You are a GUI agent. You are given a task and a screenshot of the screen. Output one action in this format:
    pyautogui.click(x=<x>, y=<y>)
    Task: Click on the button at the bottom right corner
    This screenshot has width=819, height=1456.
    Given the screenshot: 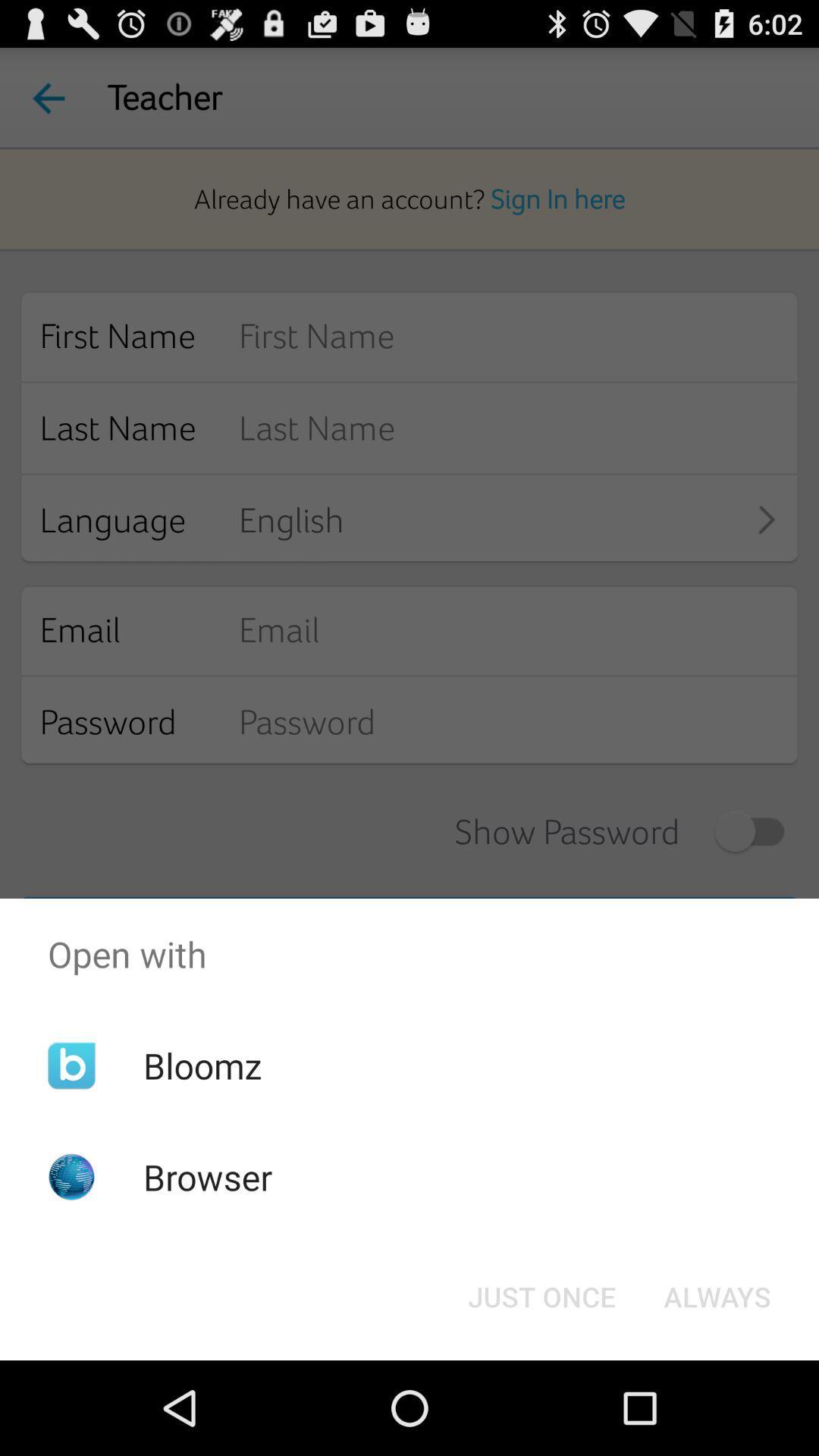 What is the action you would take?
    pyautogui.click(x=717, y=1295)
    